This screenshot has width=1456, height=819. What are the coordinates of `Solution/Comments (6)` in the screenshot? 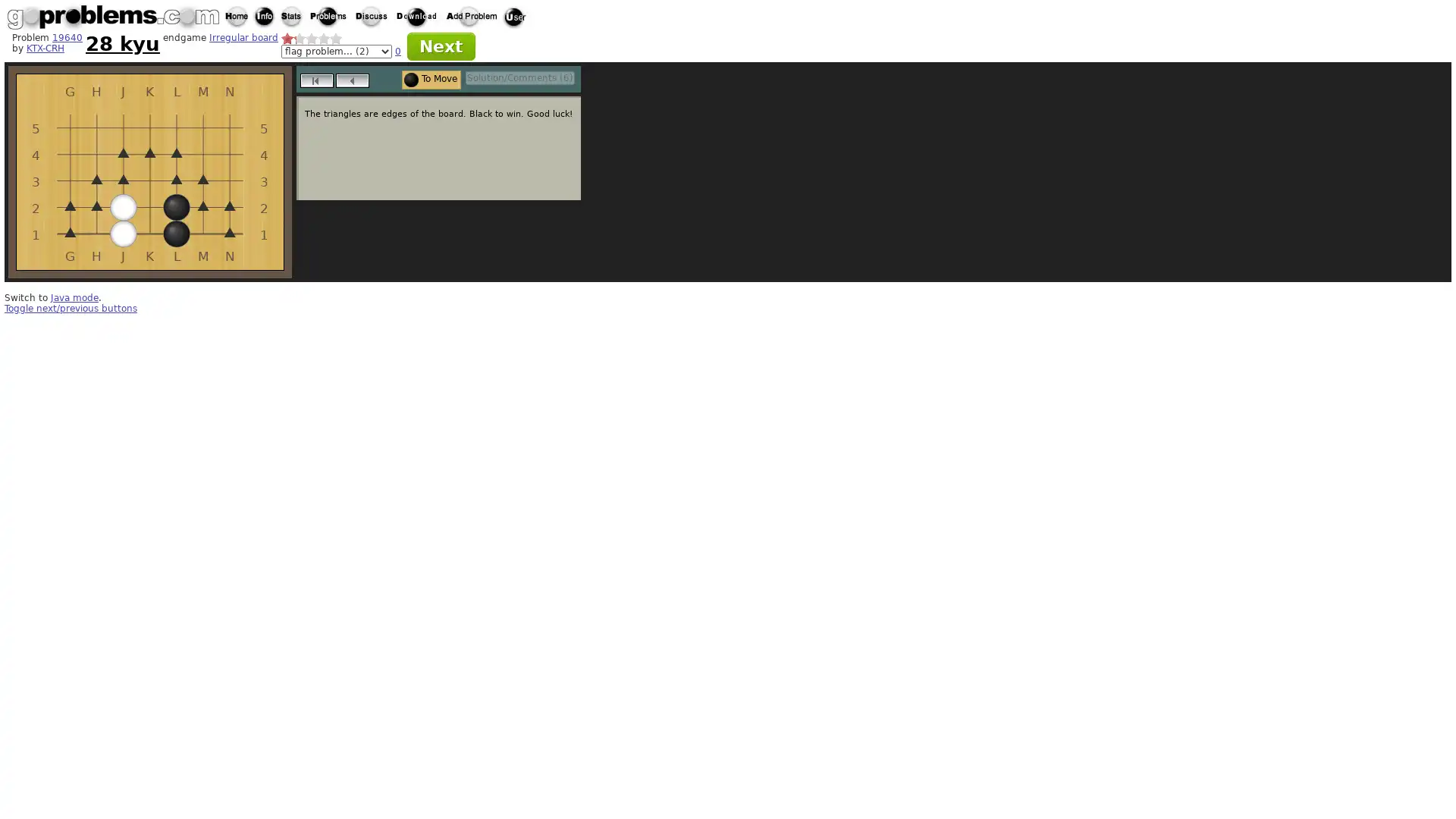 It's located at (519, 78).